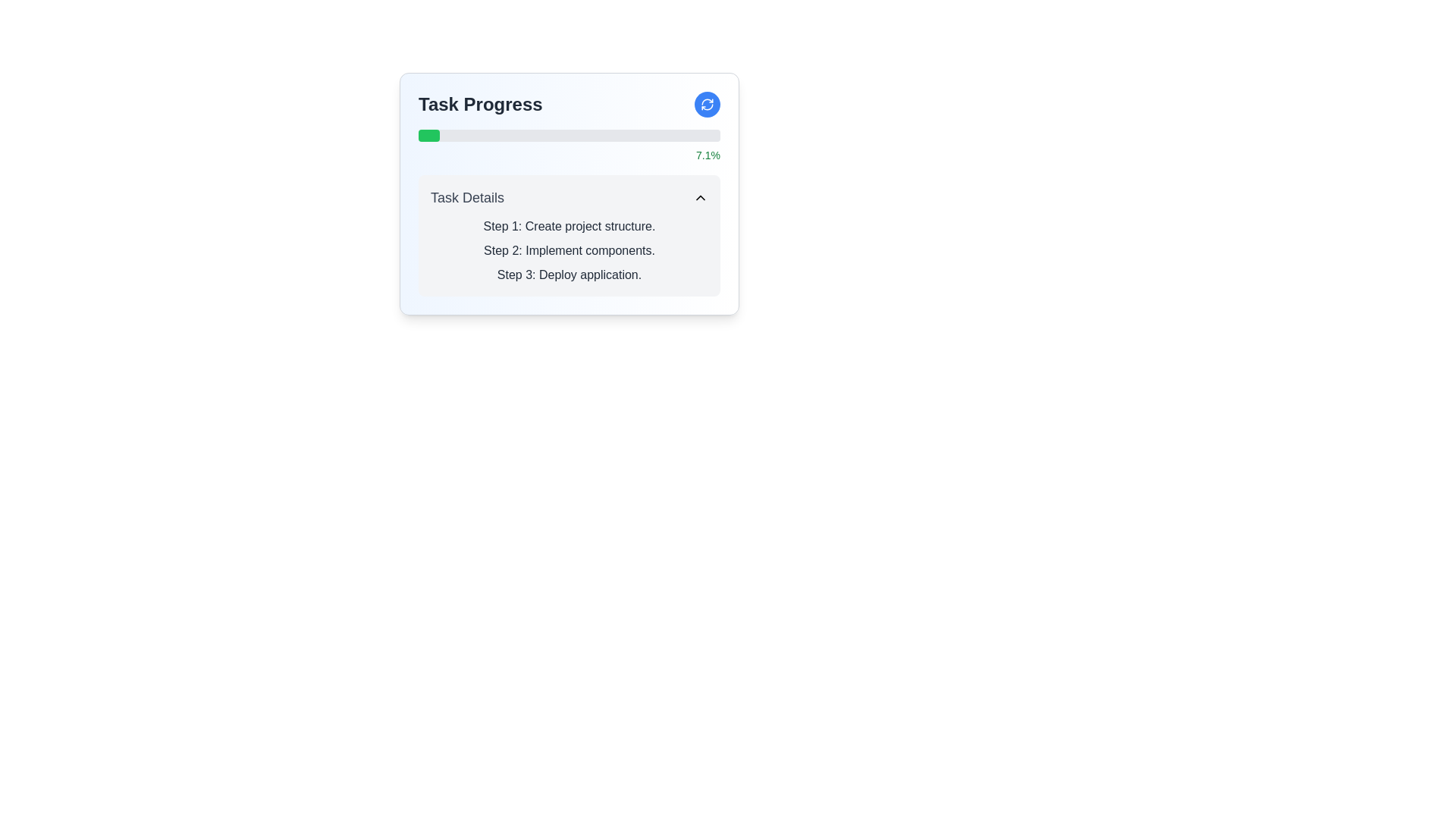 This screenshot has height=819, width=1456. I want to click on the text label reading 'Step 3: Deploy application.' which is the third item in the vertical list beneath the 'Task Details' heading, so click(568, 275).